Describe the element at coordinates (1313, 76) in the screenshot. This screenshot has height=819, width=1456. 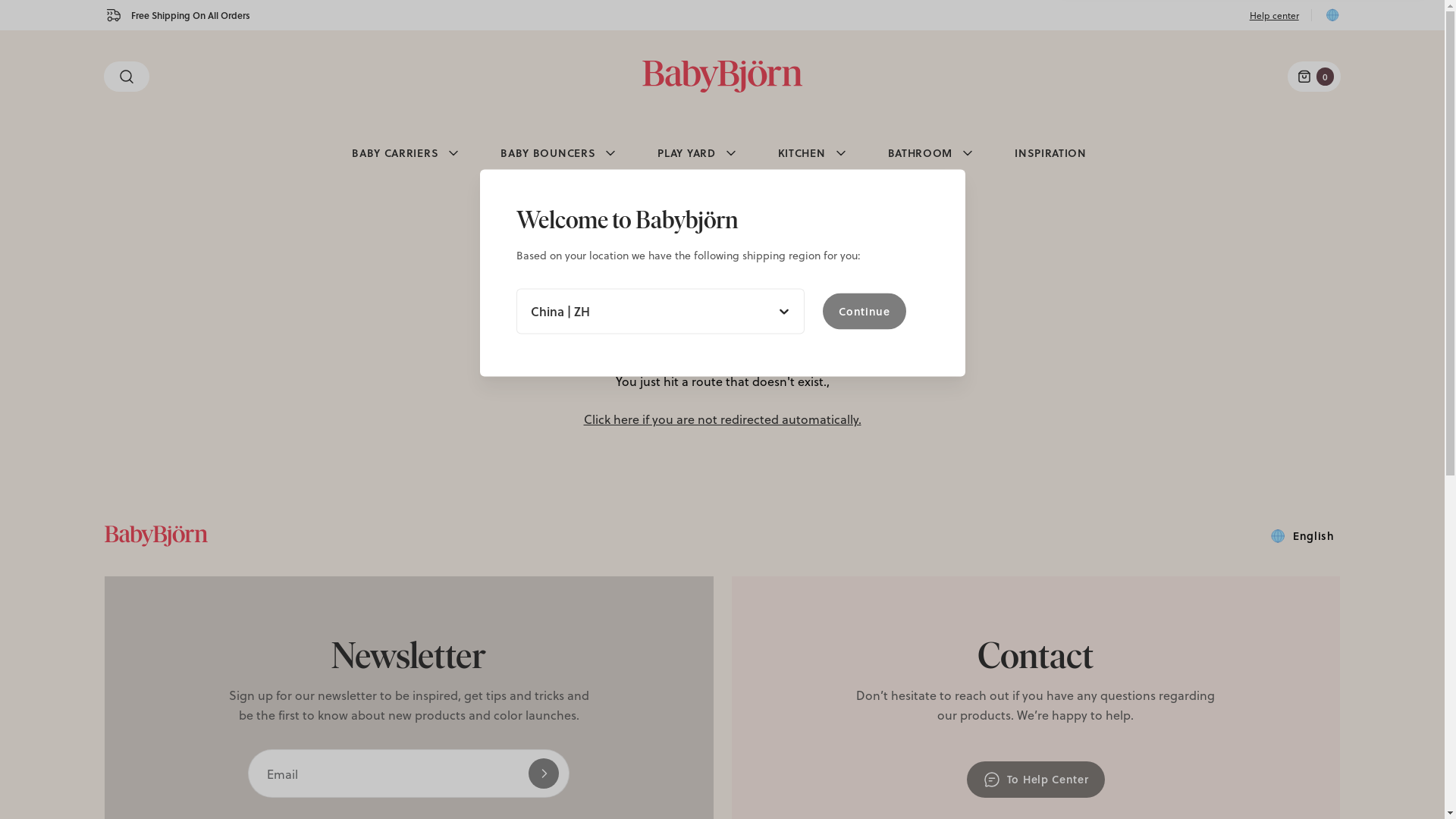
I see `'0'` at that location.